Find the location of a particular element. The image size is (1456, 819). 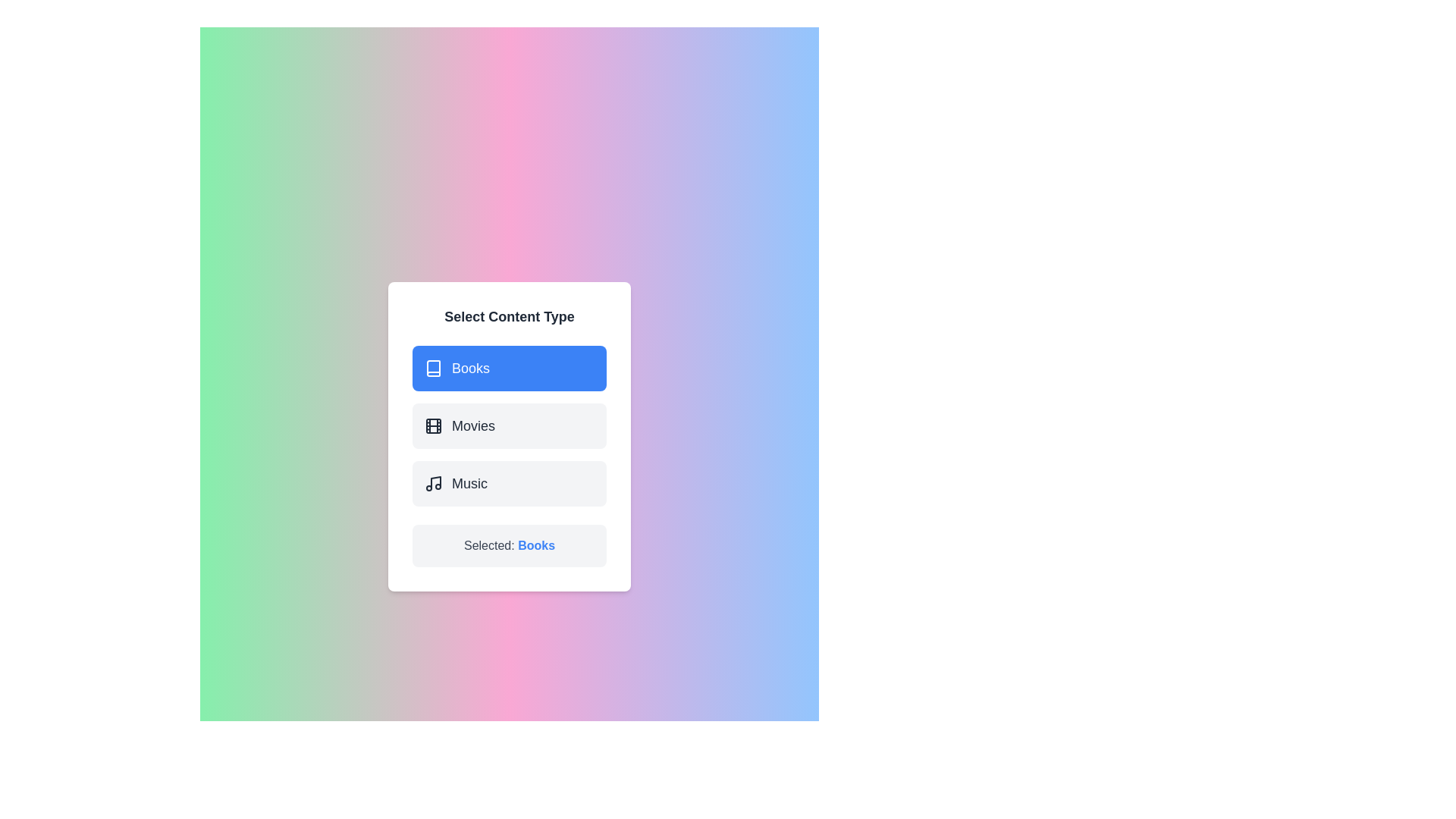

the 'Music' text label, which is part of a vertical layout and positioned between 'Movies' and the current selection label is located at coordinates (469, 483).